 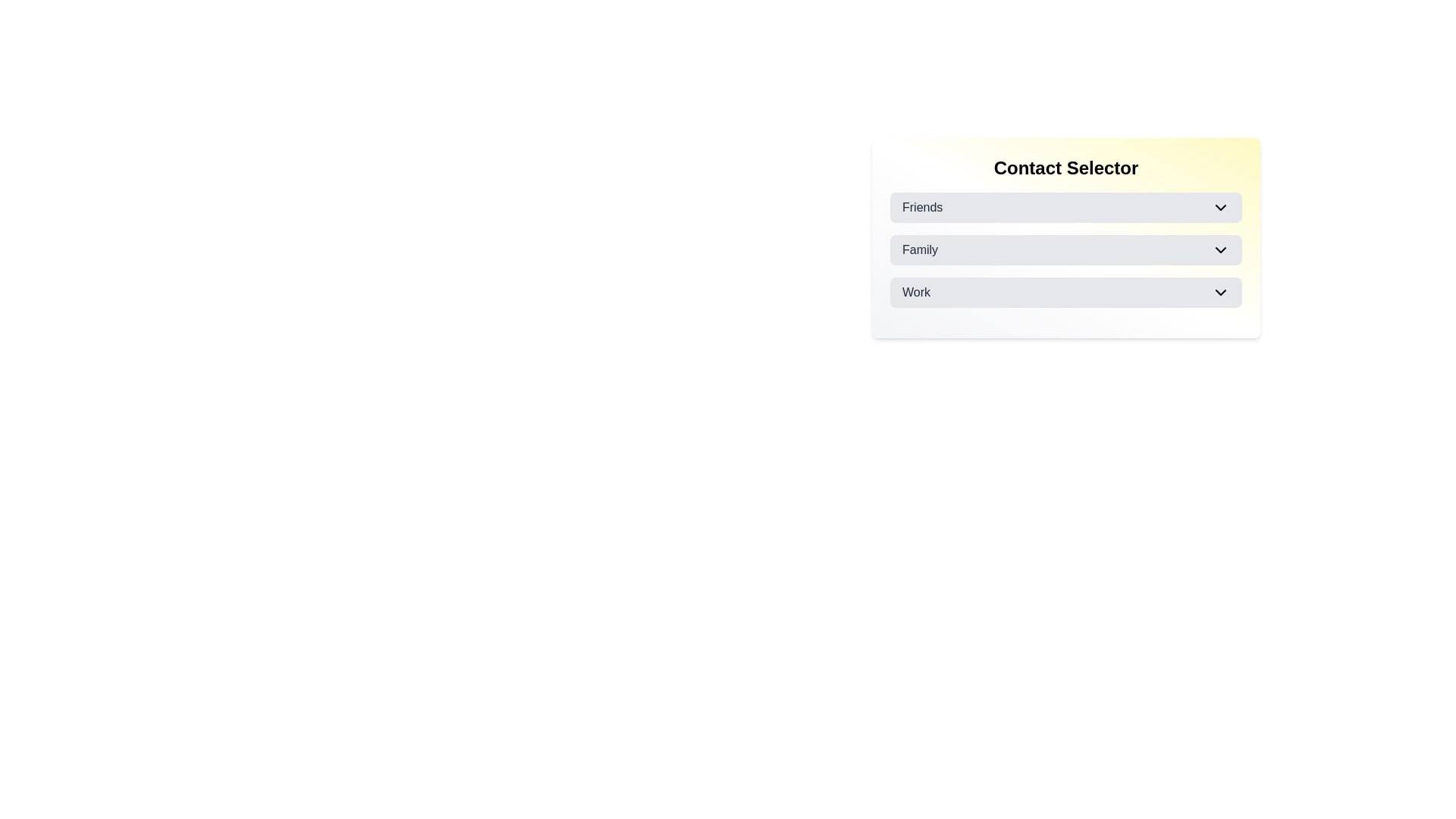 I want to click on the dropdown selector labeled 'Friends', which is the first item below the 'Contact Selector' heading in a vertical list, so click(x=1065, y=207).